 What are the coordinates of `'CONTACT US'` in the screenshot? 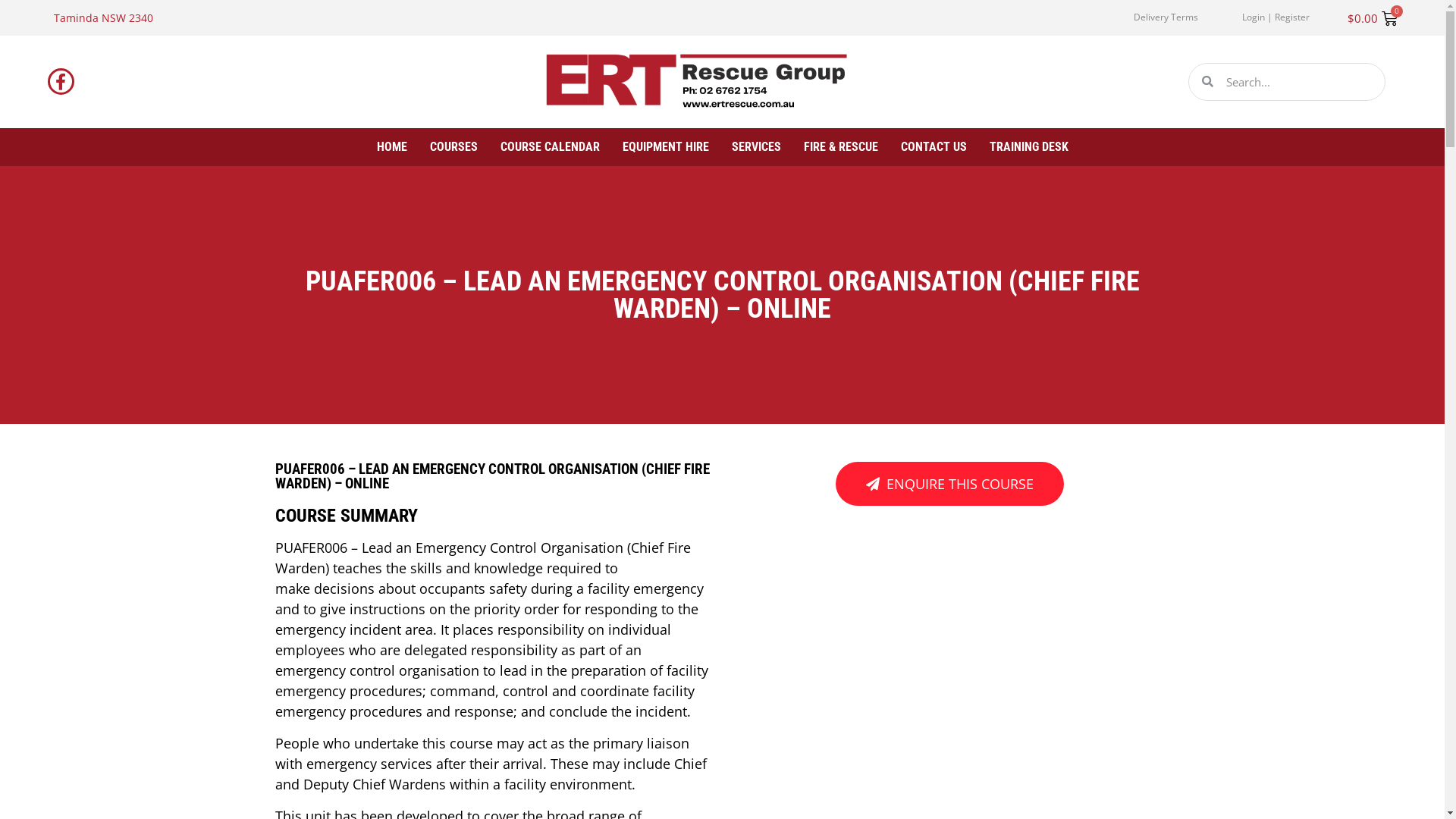 It's located at (933, 146).